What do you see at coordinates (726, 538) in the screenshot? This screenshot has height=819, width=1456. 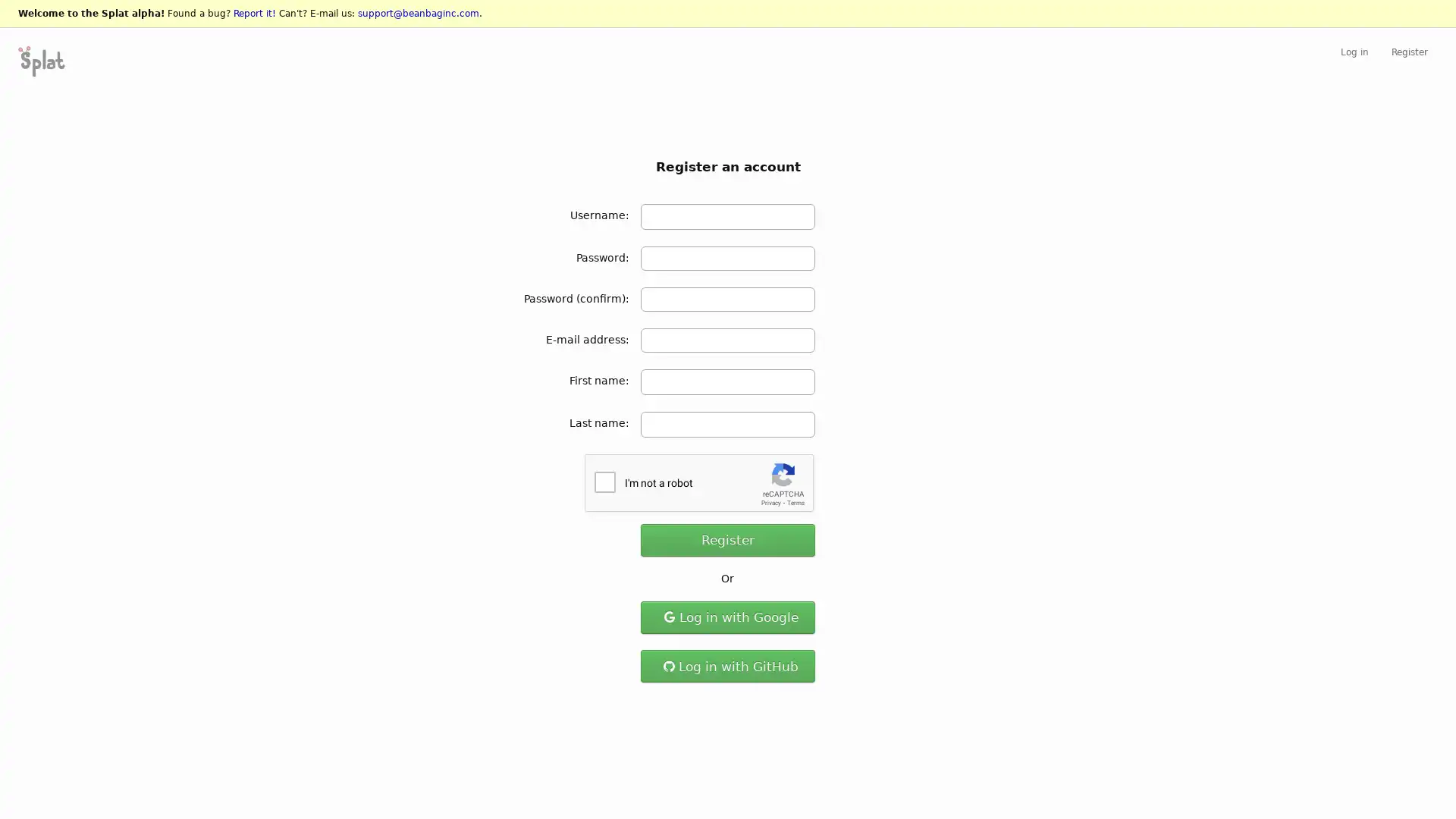 I see `Register` at bounding box center [726, 538].